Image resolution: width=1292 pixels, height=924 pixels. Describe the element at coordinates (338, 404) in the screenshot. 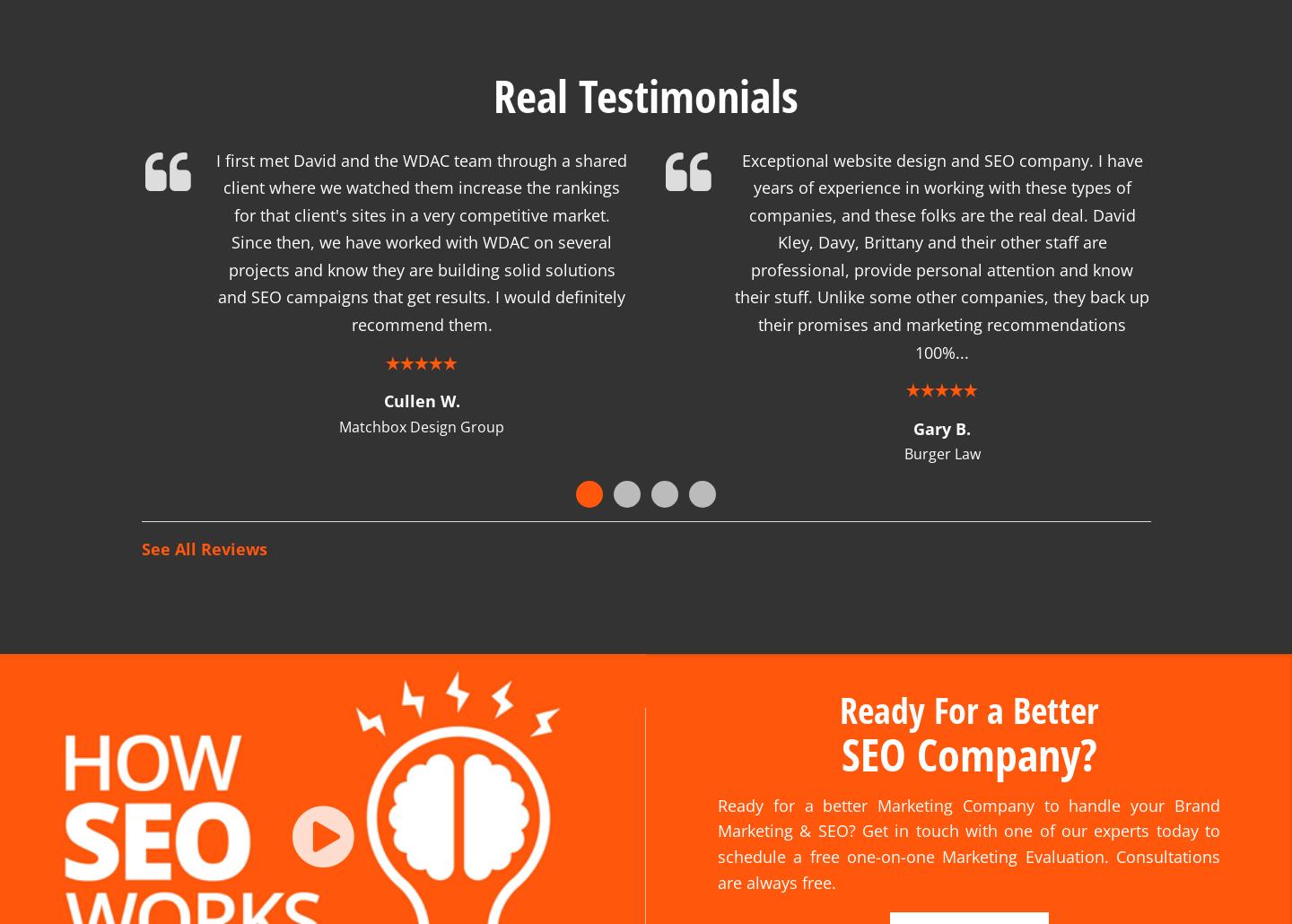

I see `'Matchbox Design Group'` at that location.